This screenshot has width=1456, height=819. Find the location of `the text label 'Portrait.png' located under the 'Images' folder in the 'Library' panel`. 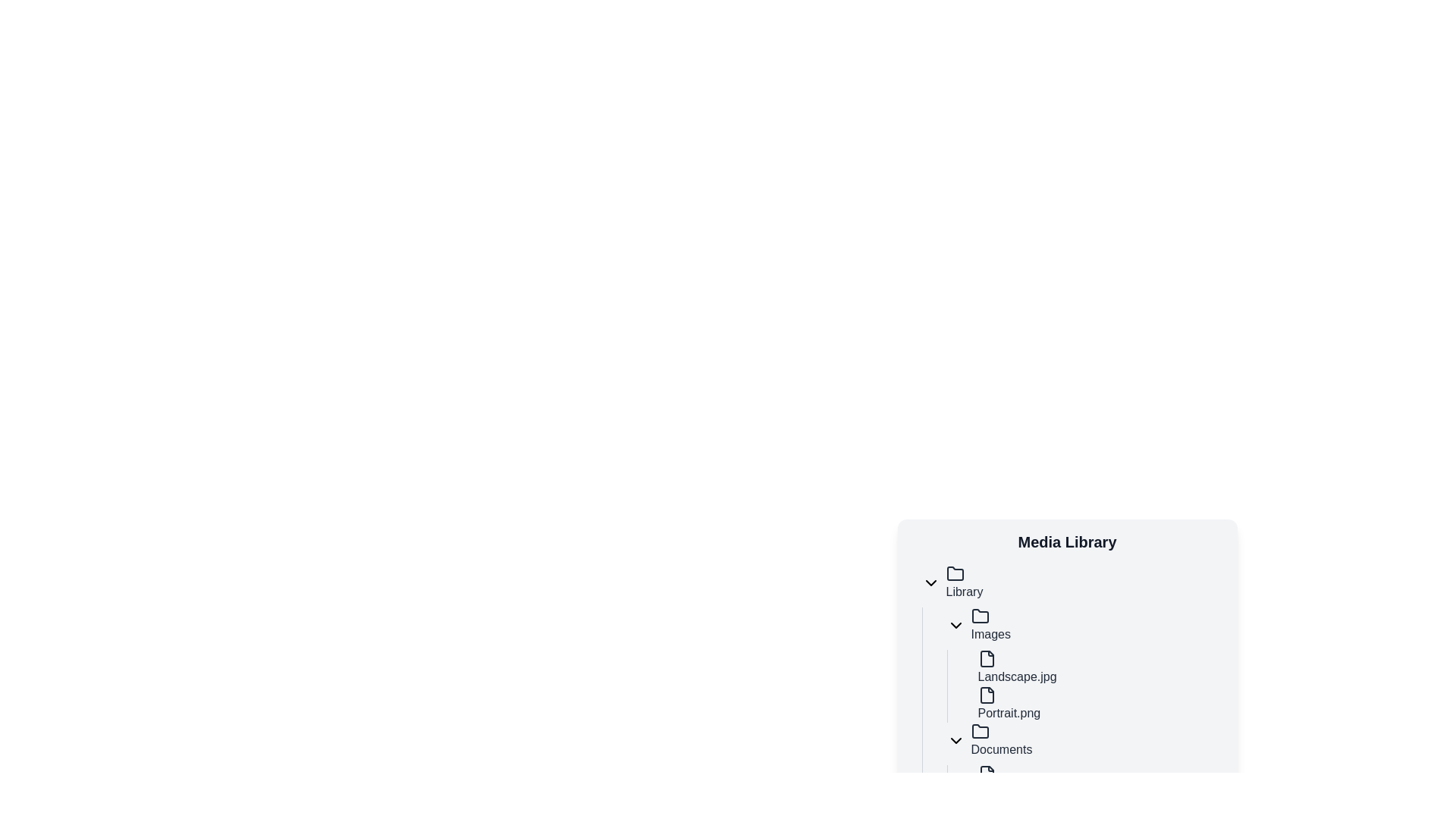

the text label 'Portrait.png' located under the 'Images' folder in the 'Library' panel is located at coordinates (1009, 704).